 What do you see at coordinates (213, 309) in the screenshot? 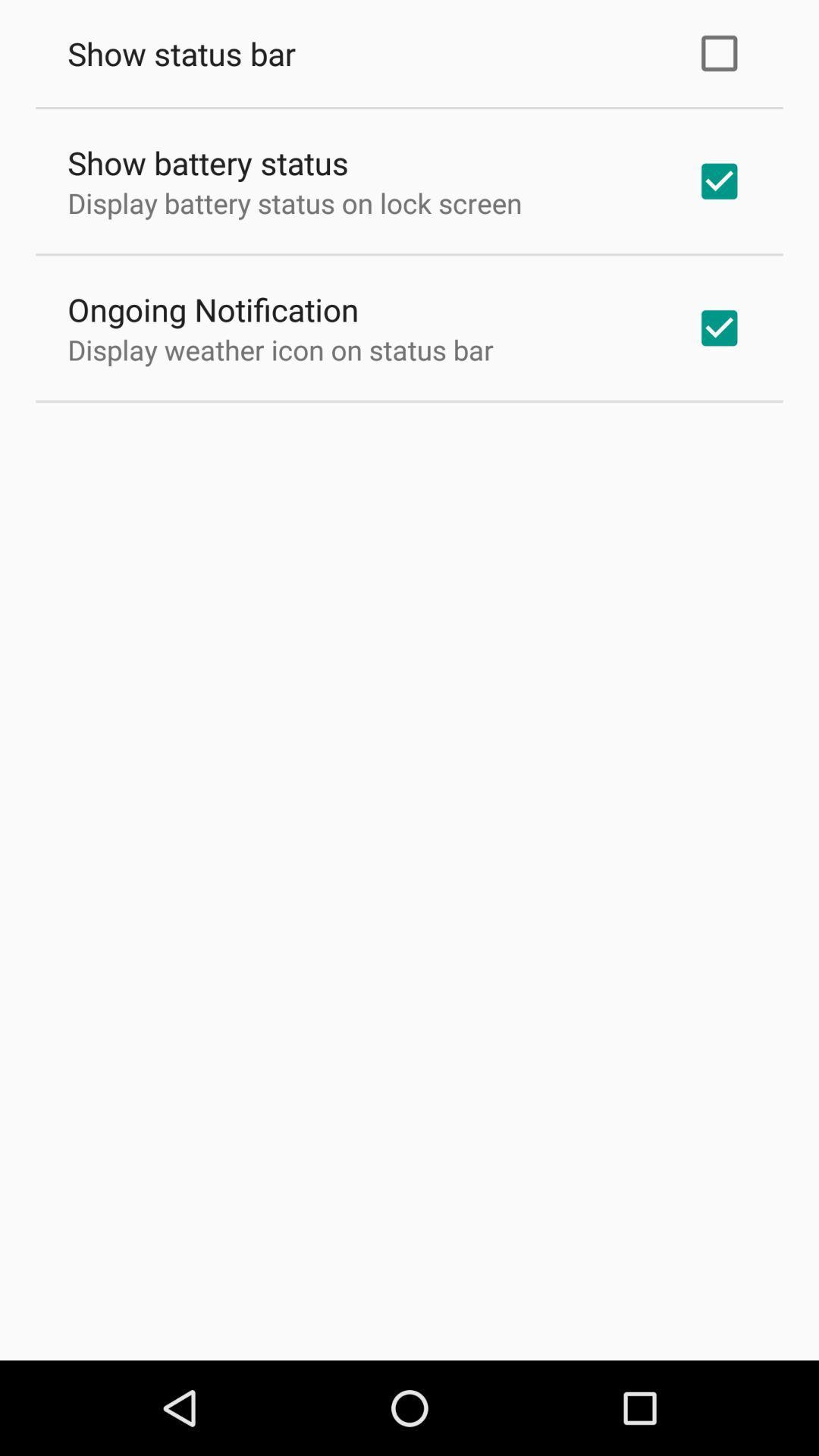
I see `the ongoing notification icon` at bounding box center [213, 309].